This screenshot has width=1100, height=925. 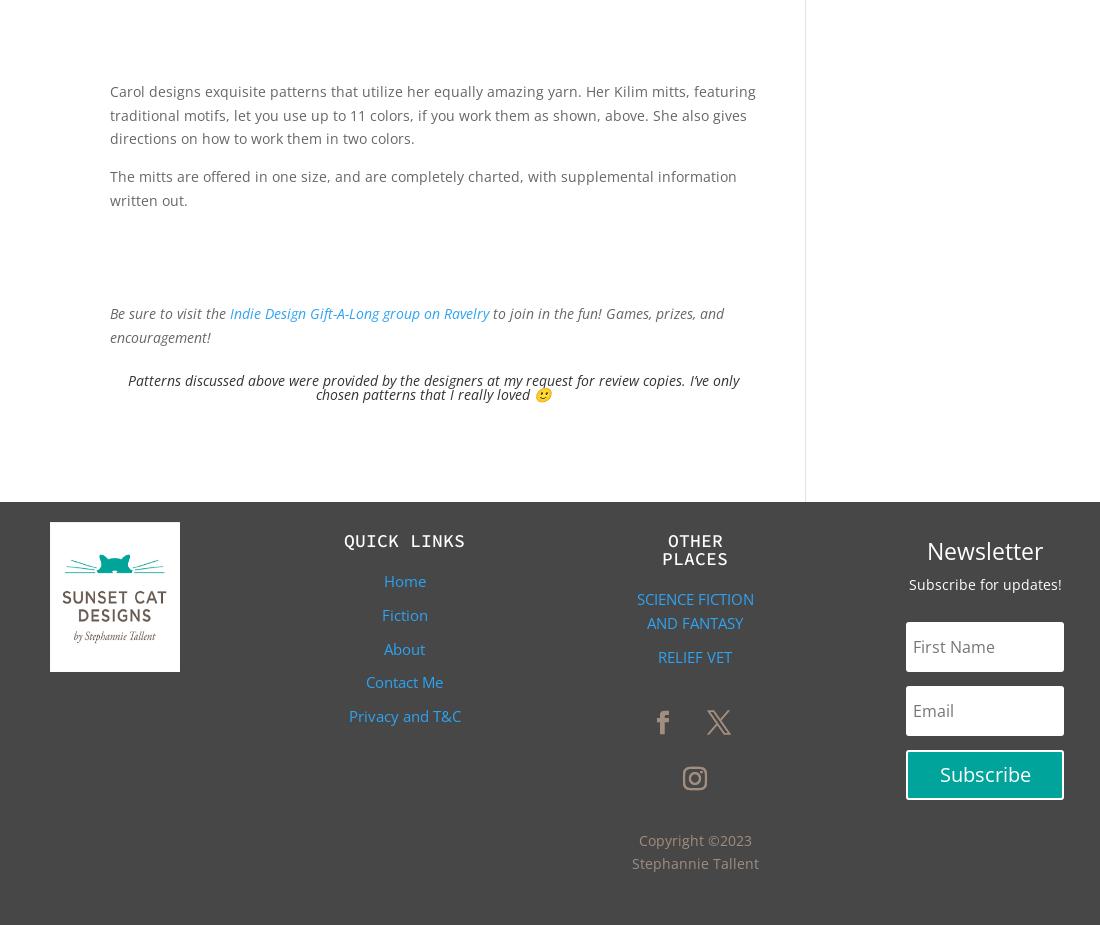 I want to click on 'Subscribe for updates!', so click(x=983, y=584).